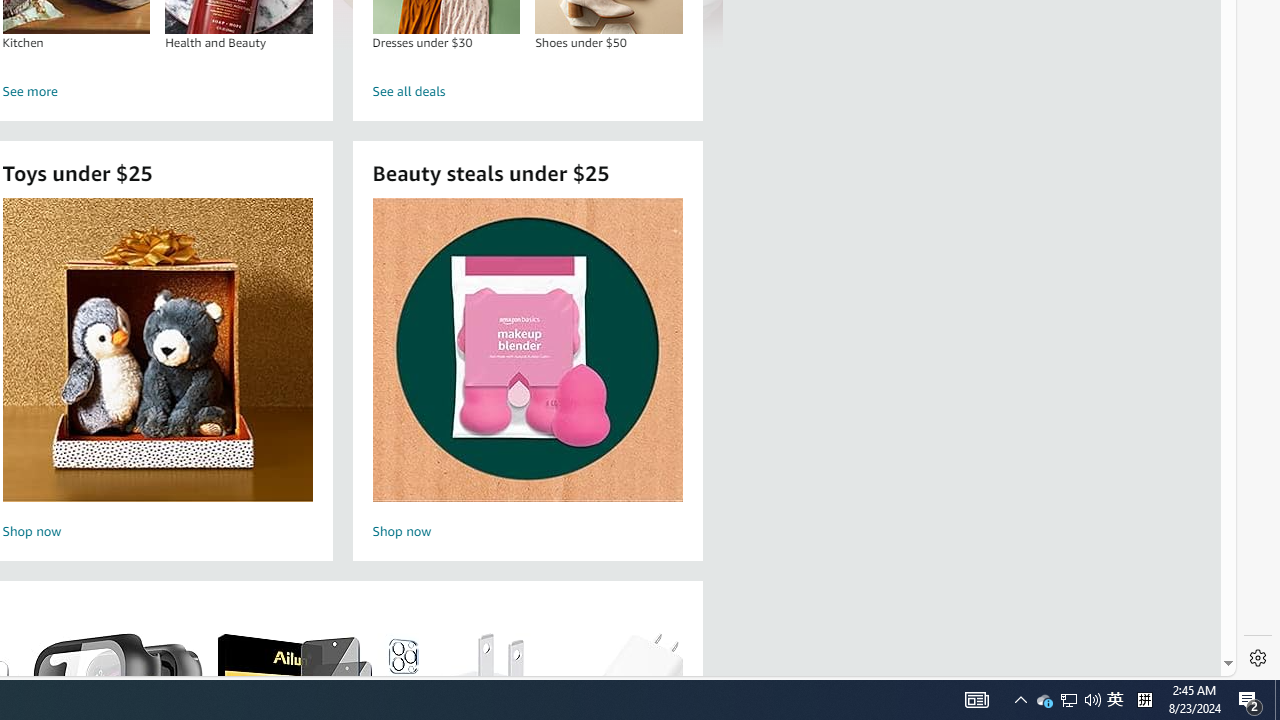 The width and height of the screenshot is (1280, 720). I want to click on 'See all deals', so click(528, 92).